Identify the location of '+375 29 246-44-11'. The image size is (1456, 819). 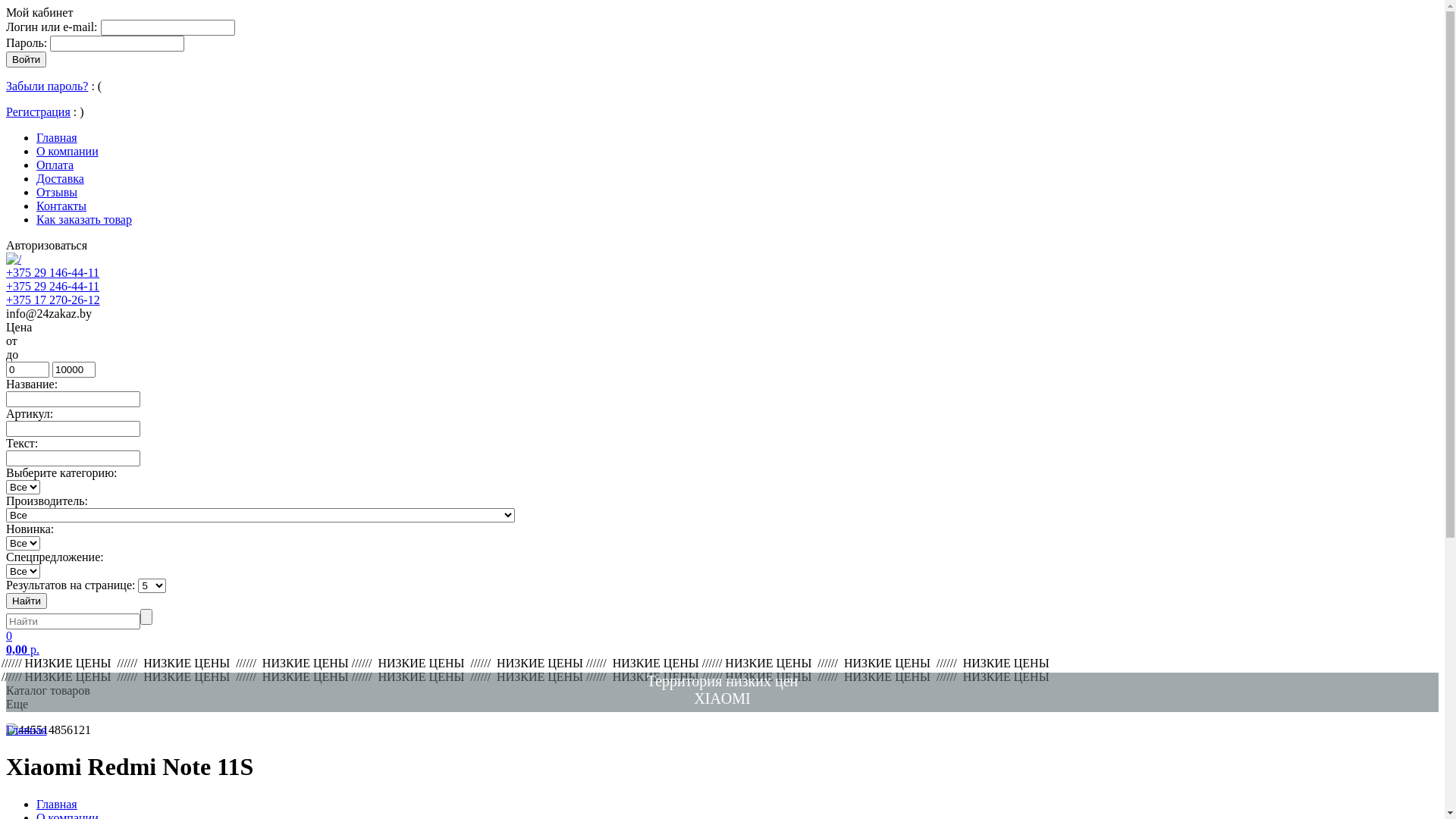
(52, 286).